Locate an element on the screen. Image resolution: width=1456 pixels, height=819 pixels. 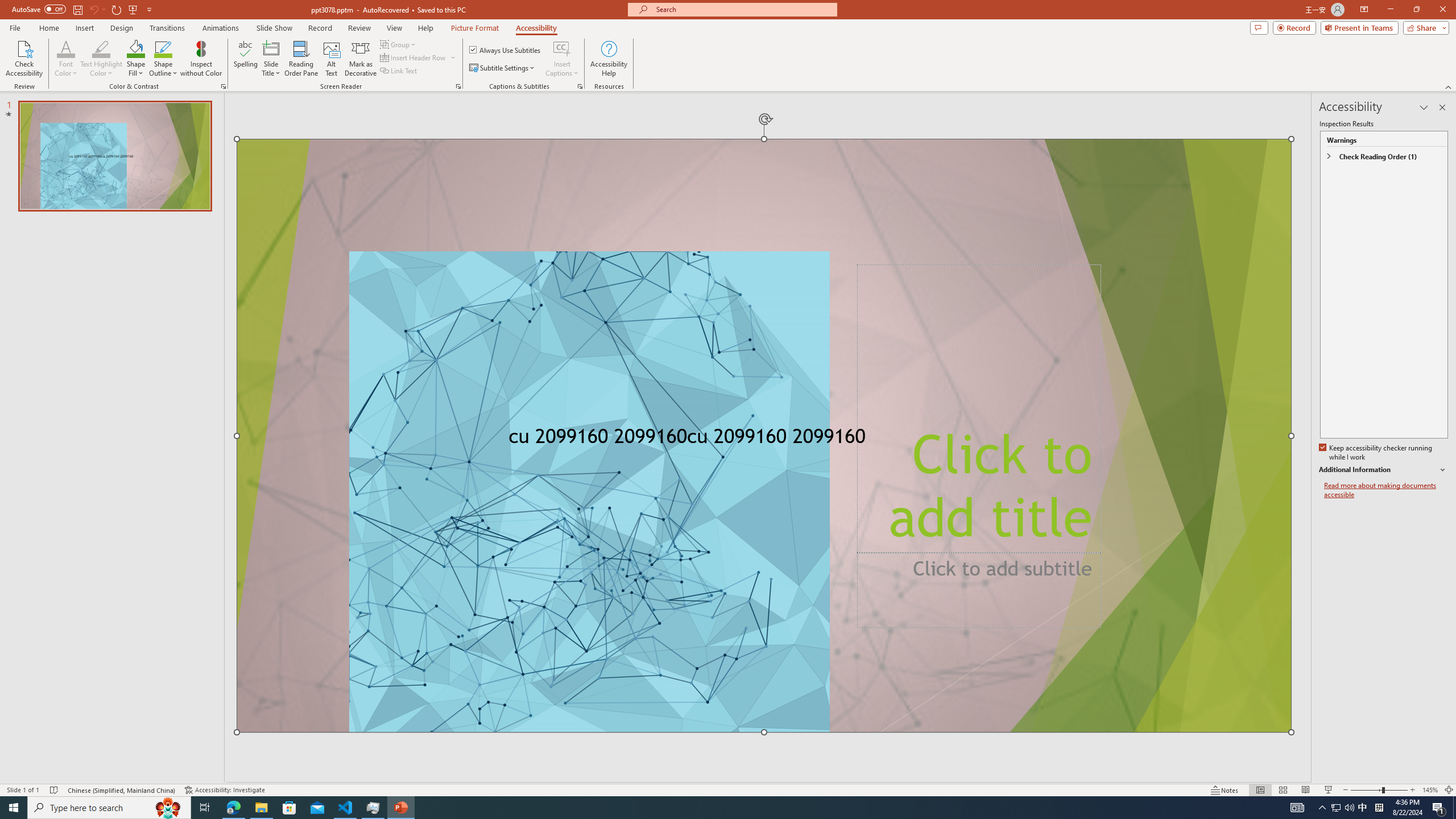
'Inspect without Color' is located at coordinates (201, 59).